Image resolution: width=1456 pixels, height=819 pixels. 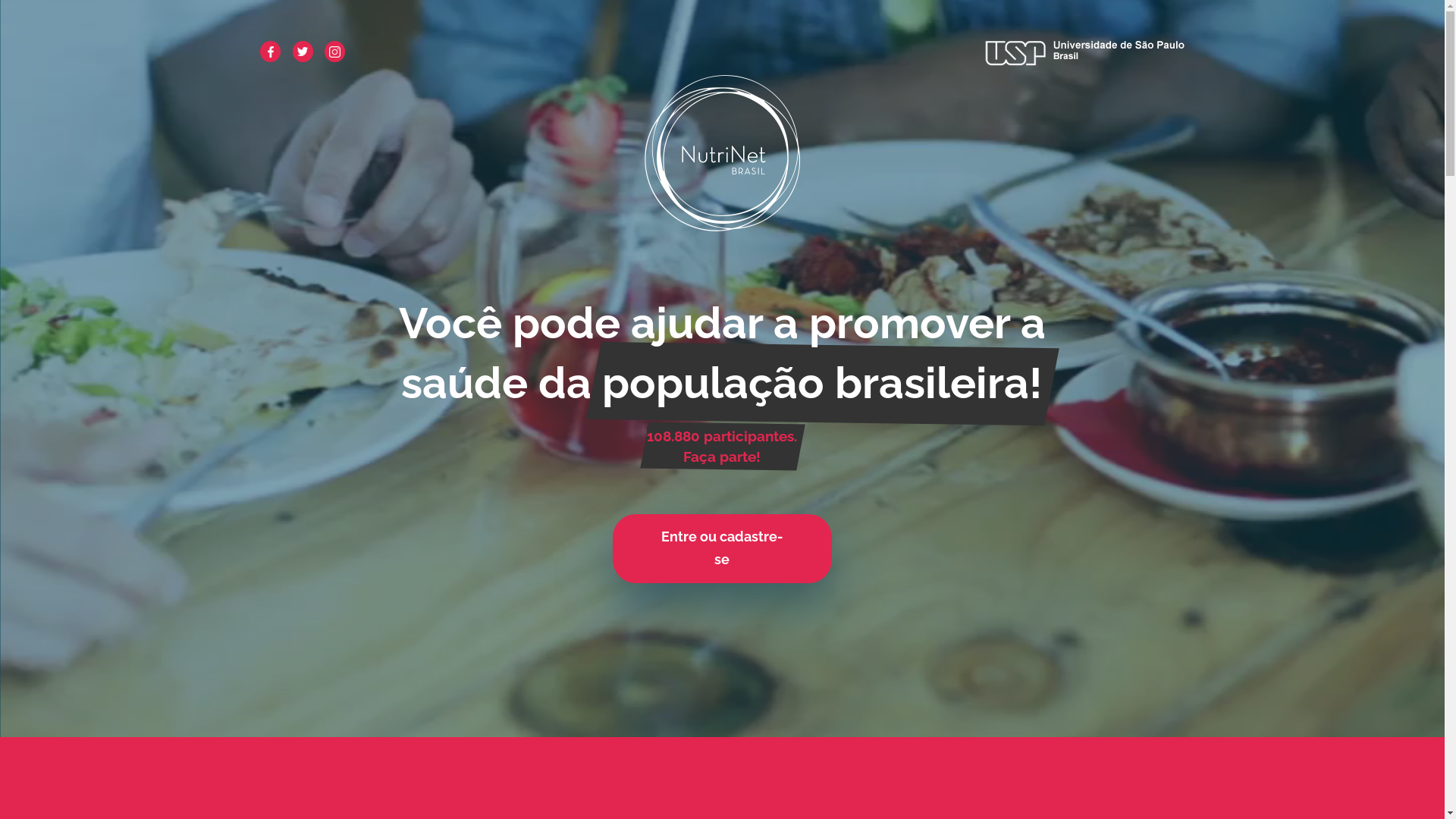 I want to click on 'facebook', so click(x=270, y=50).